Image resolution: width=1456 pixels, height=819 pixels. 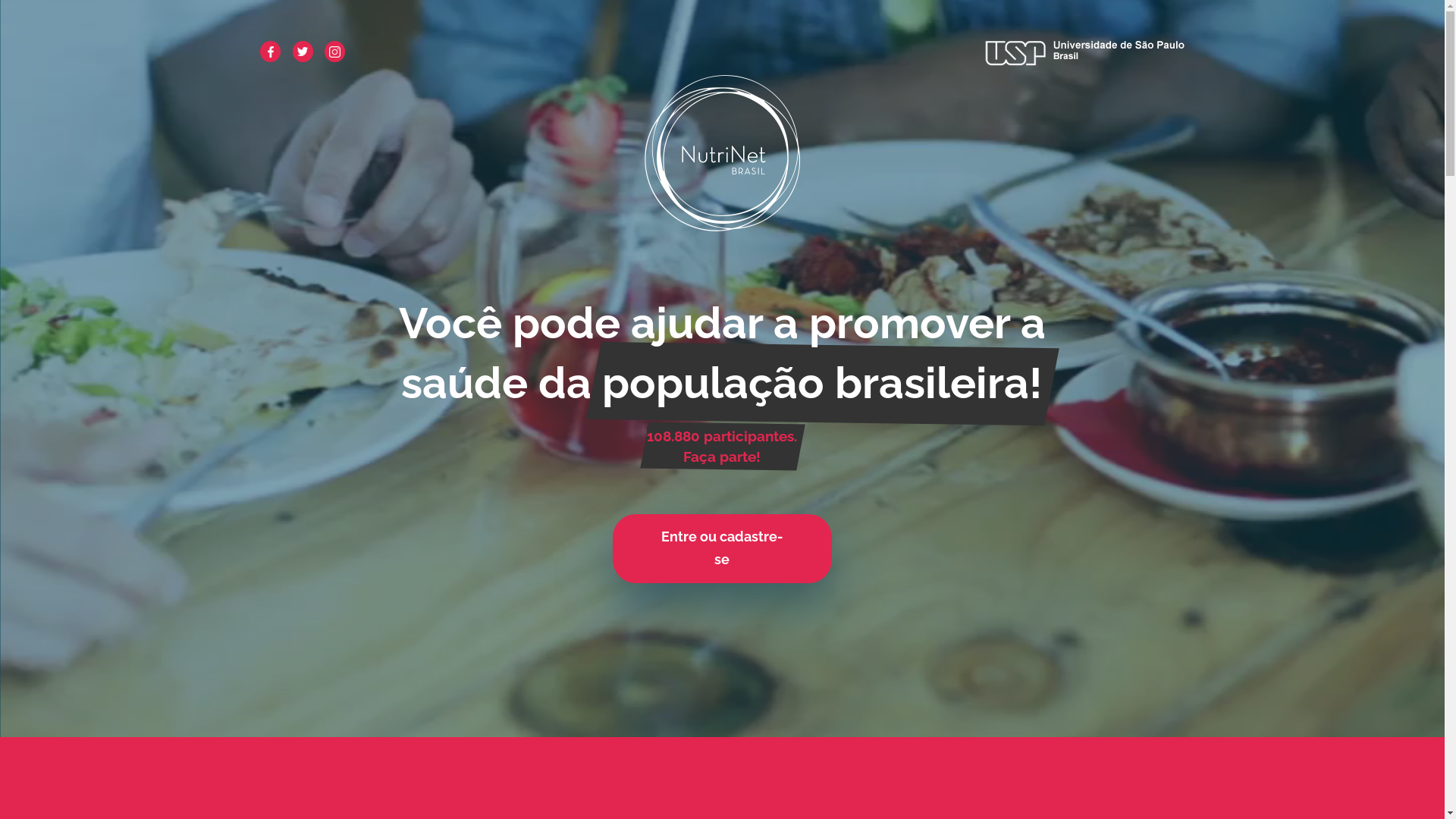 I want to click on 'facebook', so click(x=270, y=50).